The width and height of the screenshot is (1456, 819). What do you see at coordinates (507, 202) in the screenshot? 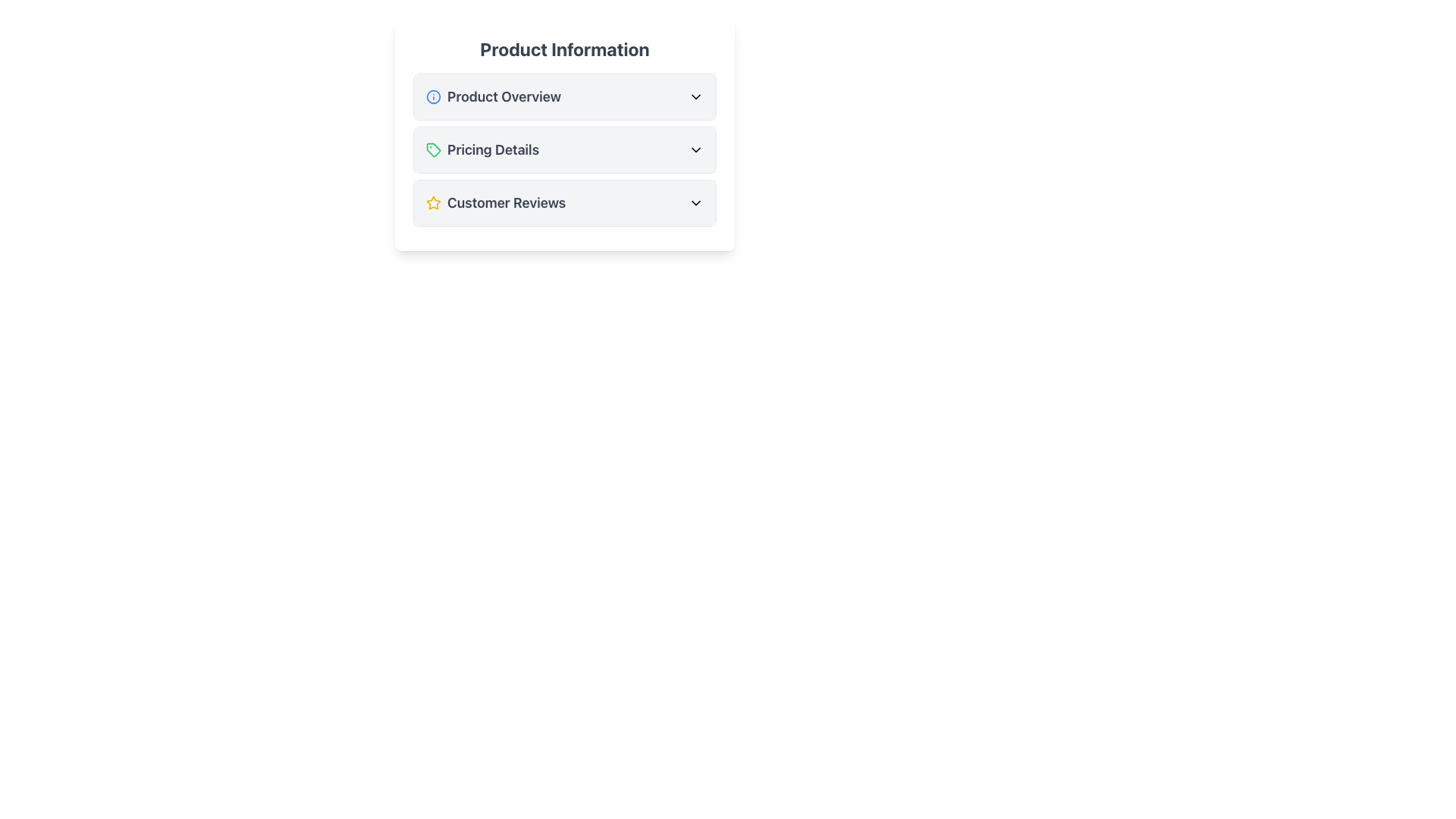
I see `the 'Customer Reviews' text label` at bounding box center [507, 202].